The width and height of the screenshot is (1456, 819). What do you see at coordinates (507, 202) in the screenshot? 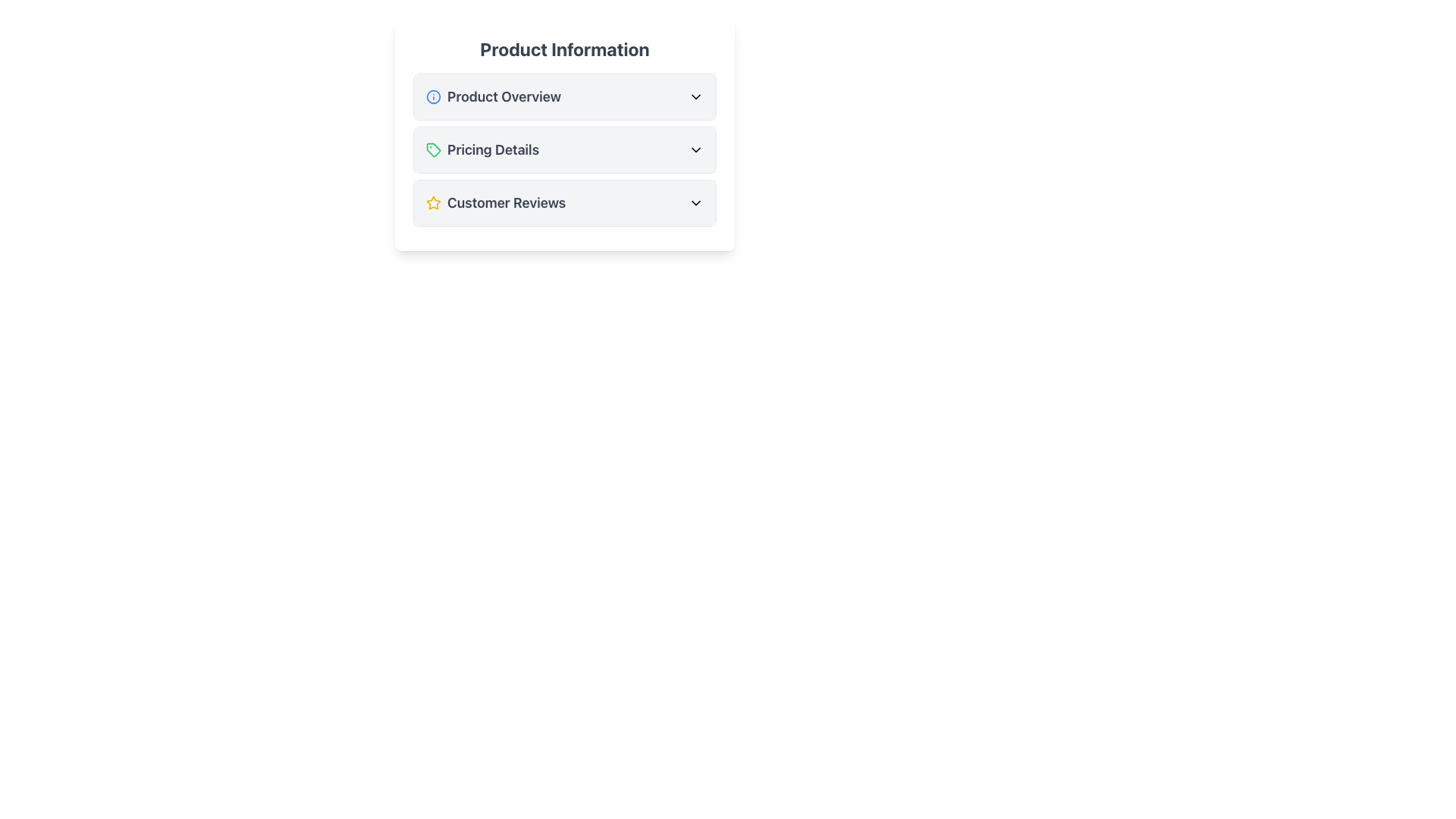
I see `the 'Customer Reviews' text label` at bounding box center [507, 202].